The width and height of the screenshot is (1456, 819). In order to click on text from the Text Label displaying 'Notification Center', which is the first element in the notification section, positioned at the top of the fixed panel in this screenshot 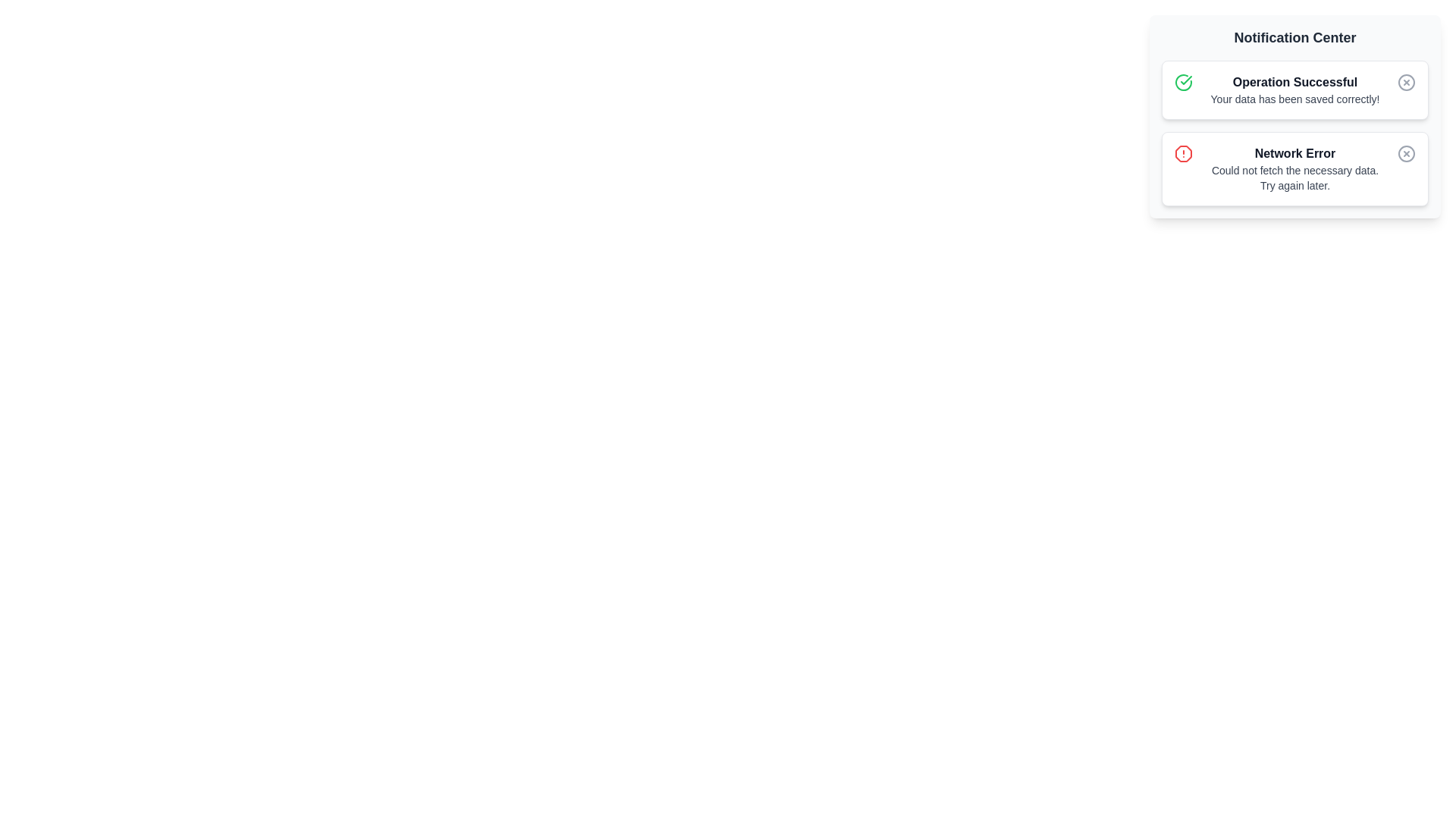, I will do `click(1294, 37)`.